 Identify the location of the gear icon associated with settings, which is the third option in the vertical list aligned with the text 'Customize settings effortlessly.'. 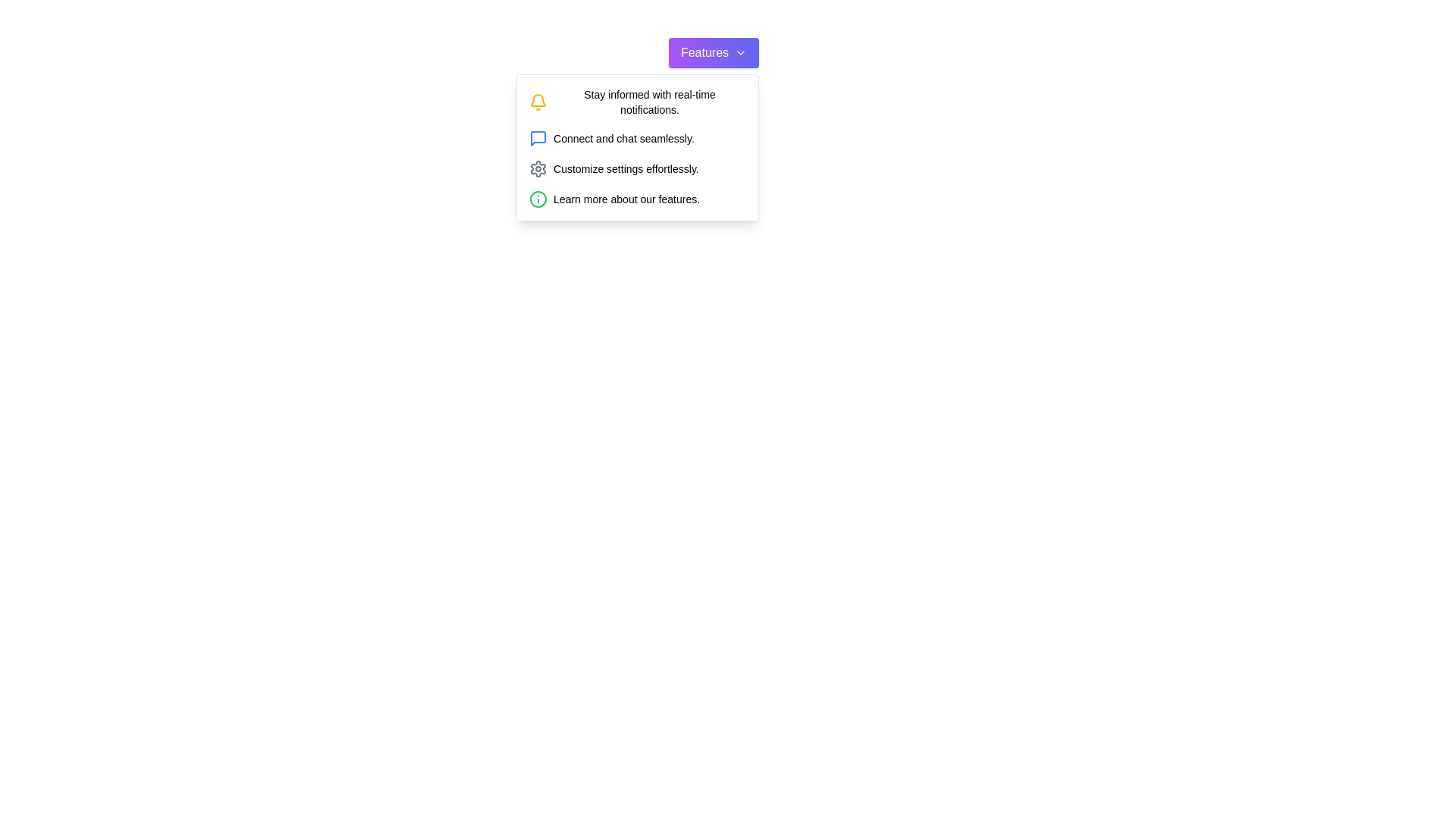
(538, 169).